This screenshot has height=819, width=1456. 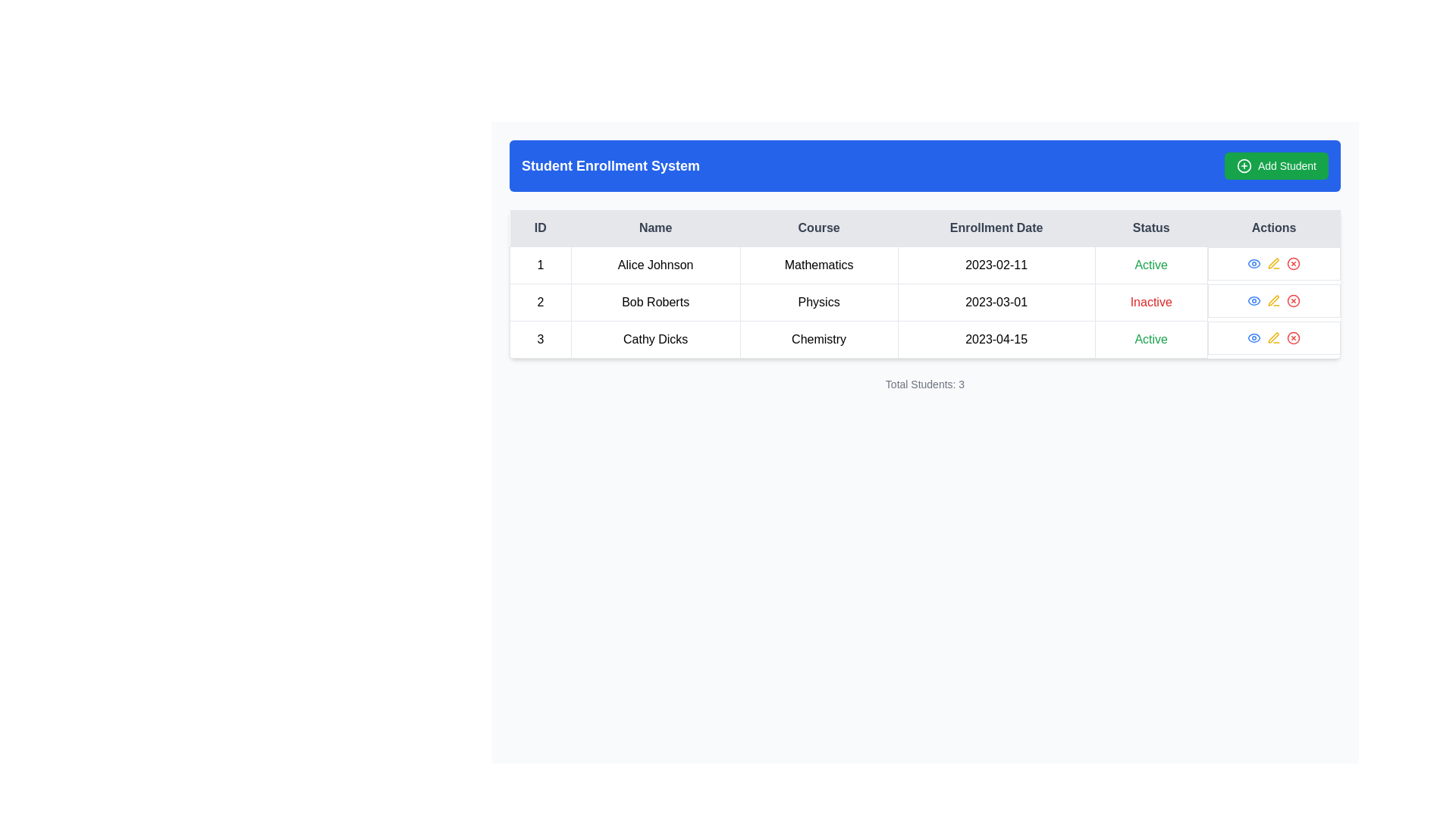 I want to click on the table cell displaying the number '2', which is the first cell in the second row under the 'ID' column, so click(x=540, y=302).